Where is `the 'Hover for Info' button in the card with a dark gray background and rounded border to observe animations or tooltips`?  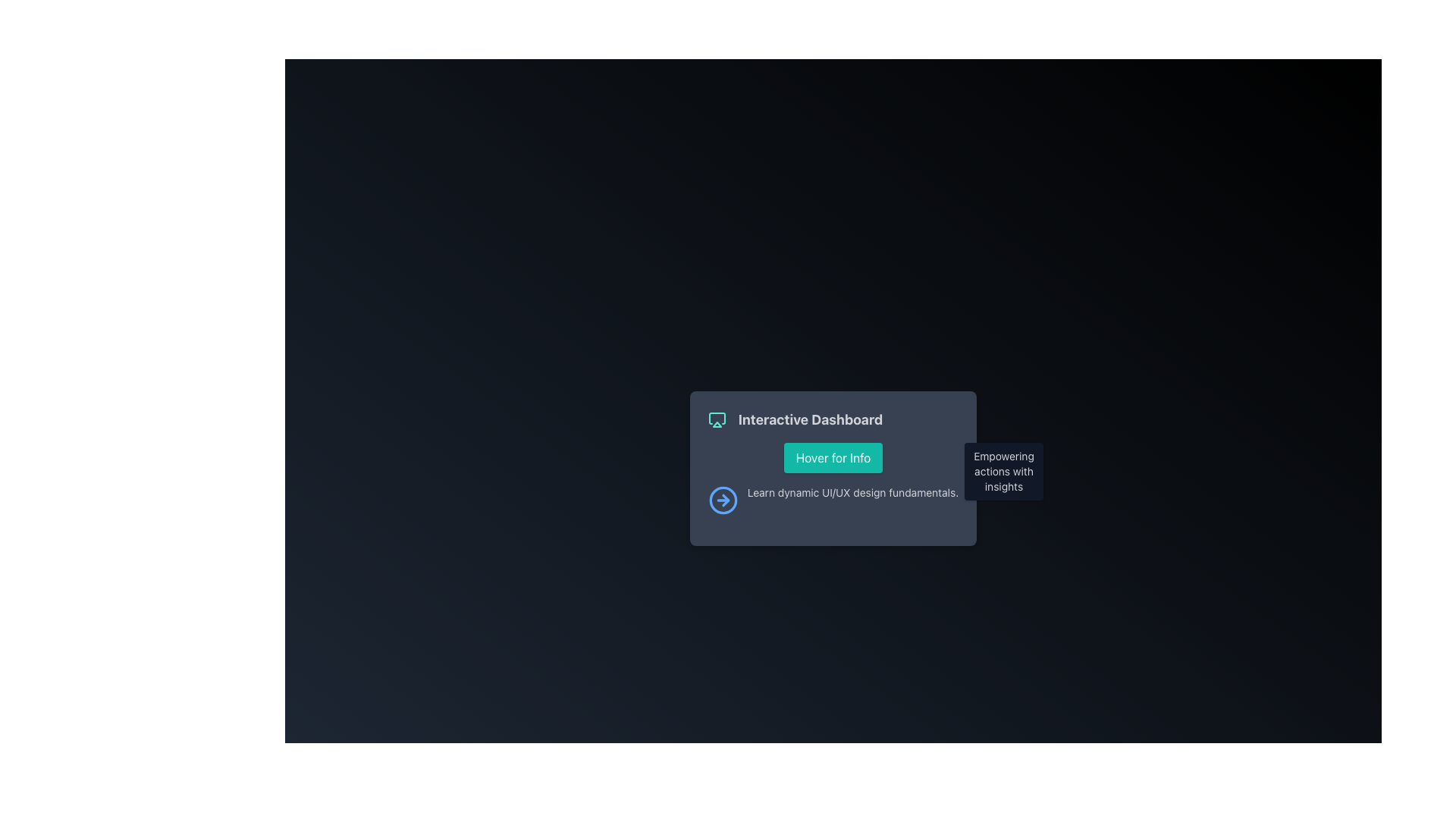
the 'Hover for Info' button in the card with a dark gray background and rounded border to observe animations or tooltips is located at coordinates (833, 467).